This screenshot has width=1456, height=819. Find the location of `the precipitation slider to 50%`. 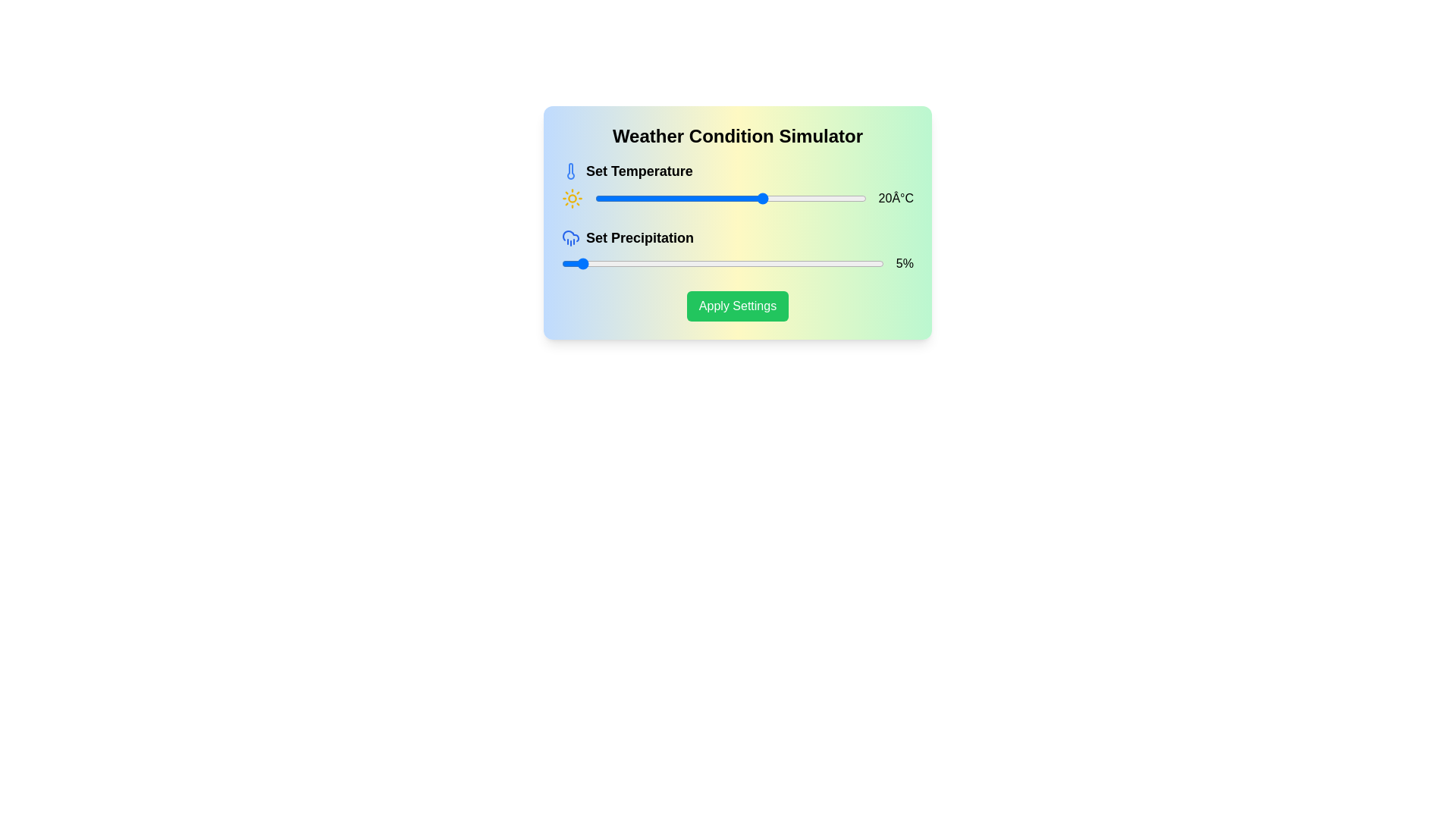

the precipitation slider to 50% is located at coordinates (722, 262).